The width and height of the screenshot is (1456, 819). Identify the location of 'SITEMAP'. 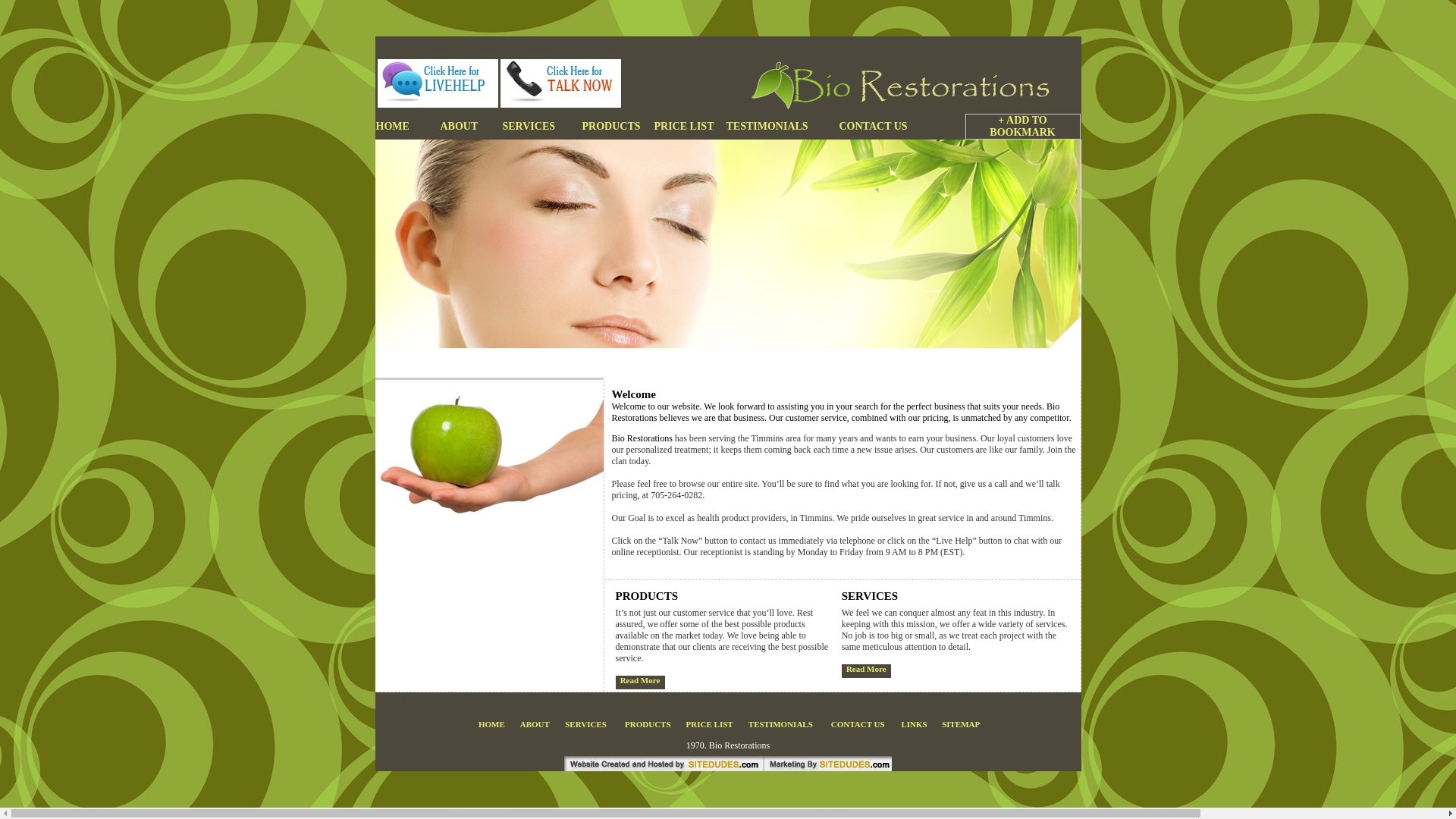
(960, 723).